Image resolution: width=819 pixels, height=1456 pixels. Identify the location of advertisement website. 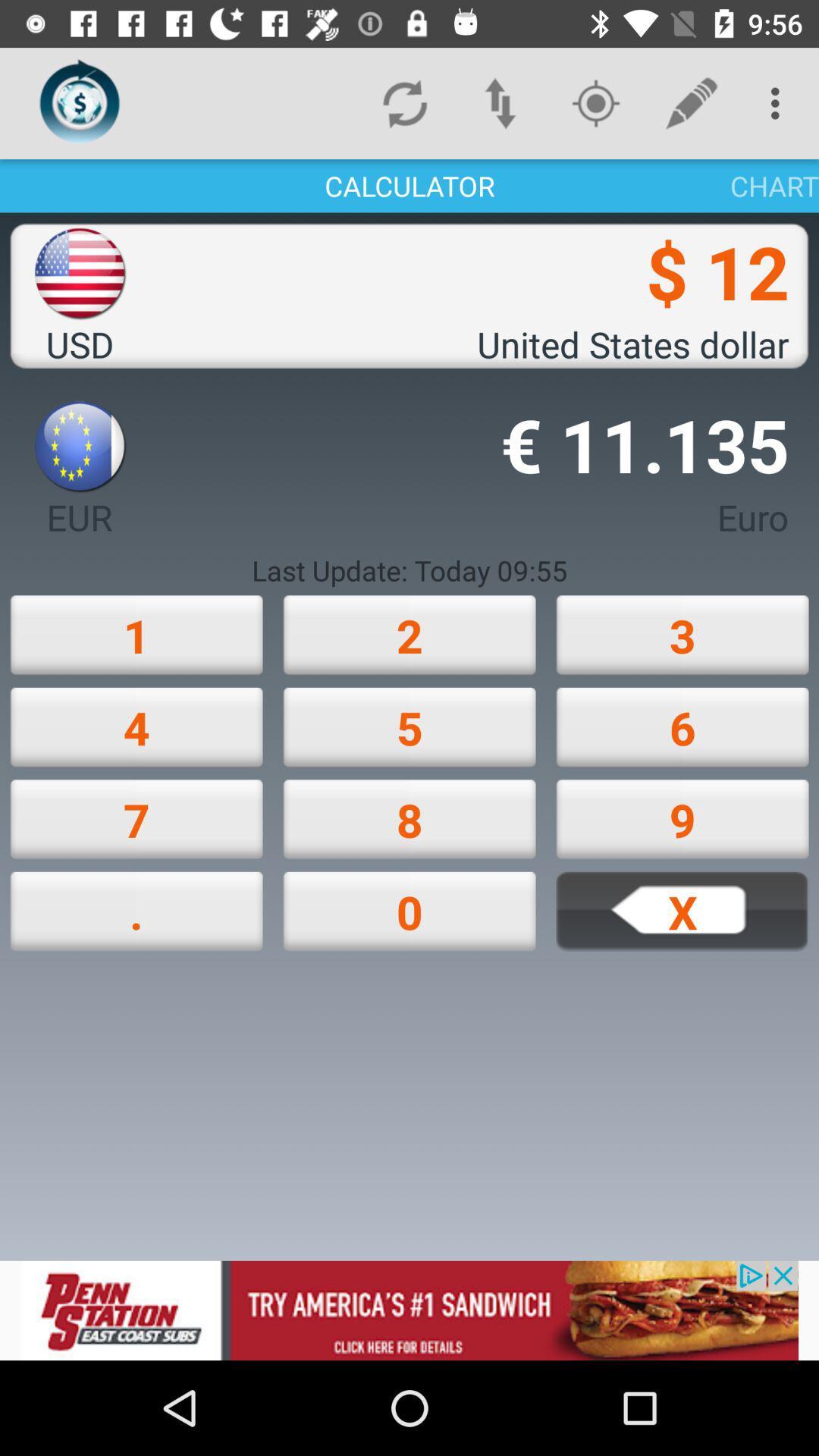
(409, 1310).